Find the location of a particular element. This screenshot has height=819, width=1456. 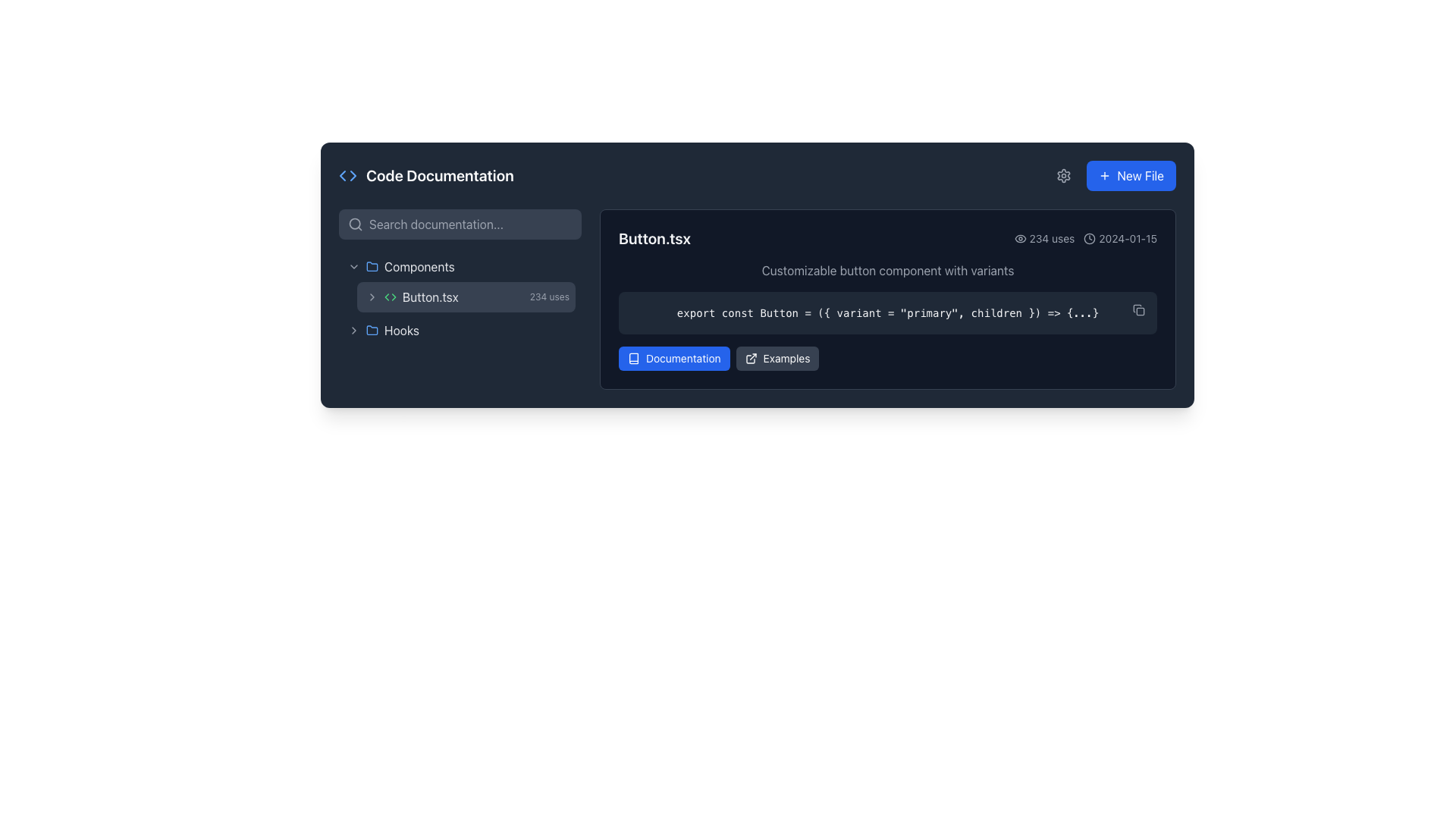

the gear-shaped icon button located to the left of the 'New File' button is located at coordinates (1063, 174).